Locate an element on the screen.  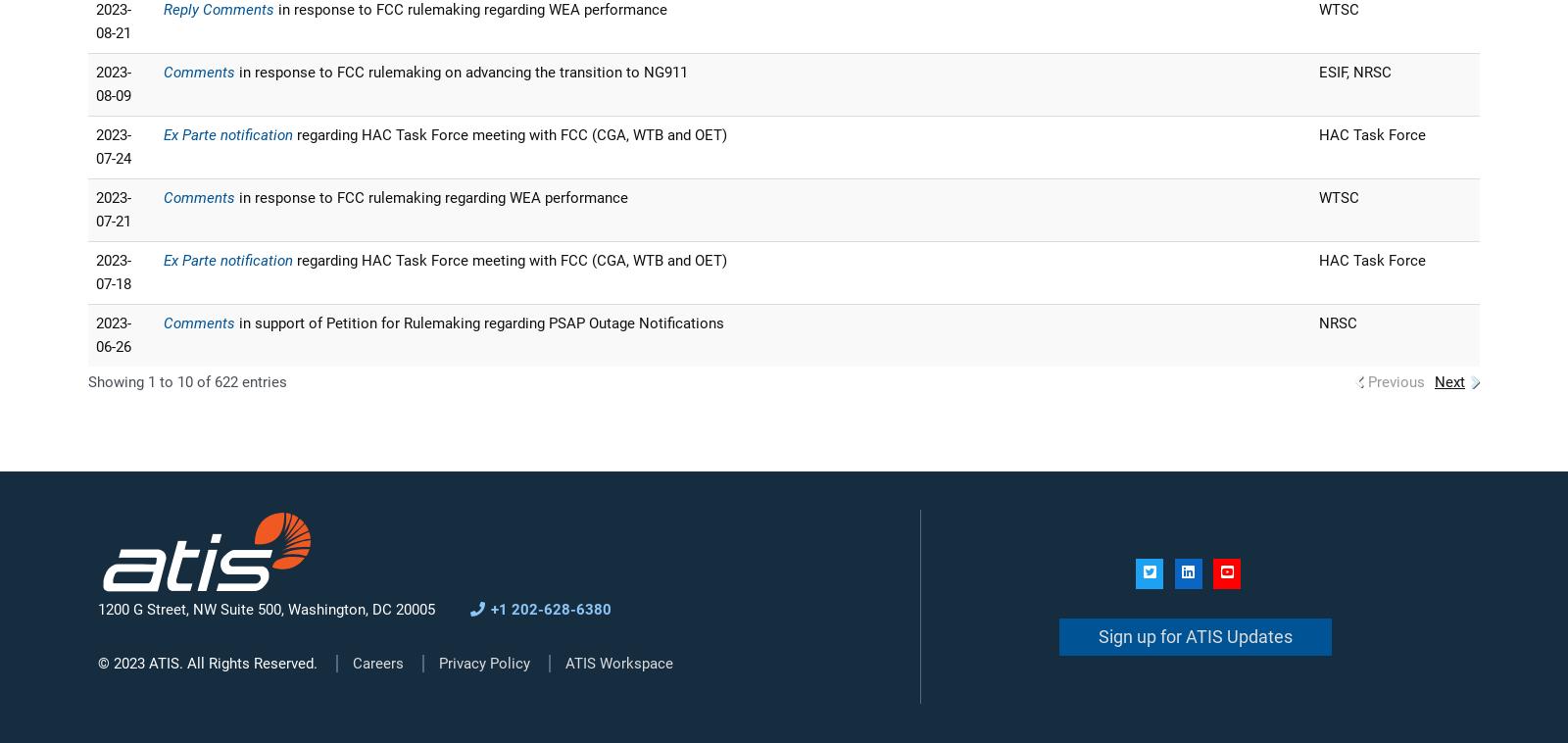
'in support of Petition for Rulemaking regarding PSAP Outage Notifications' is located at coordinates (479, 323).